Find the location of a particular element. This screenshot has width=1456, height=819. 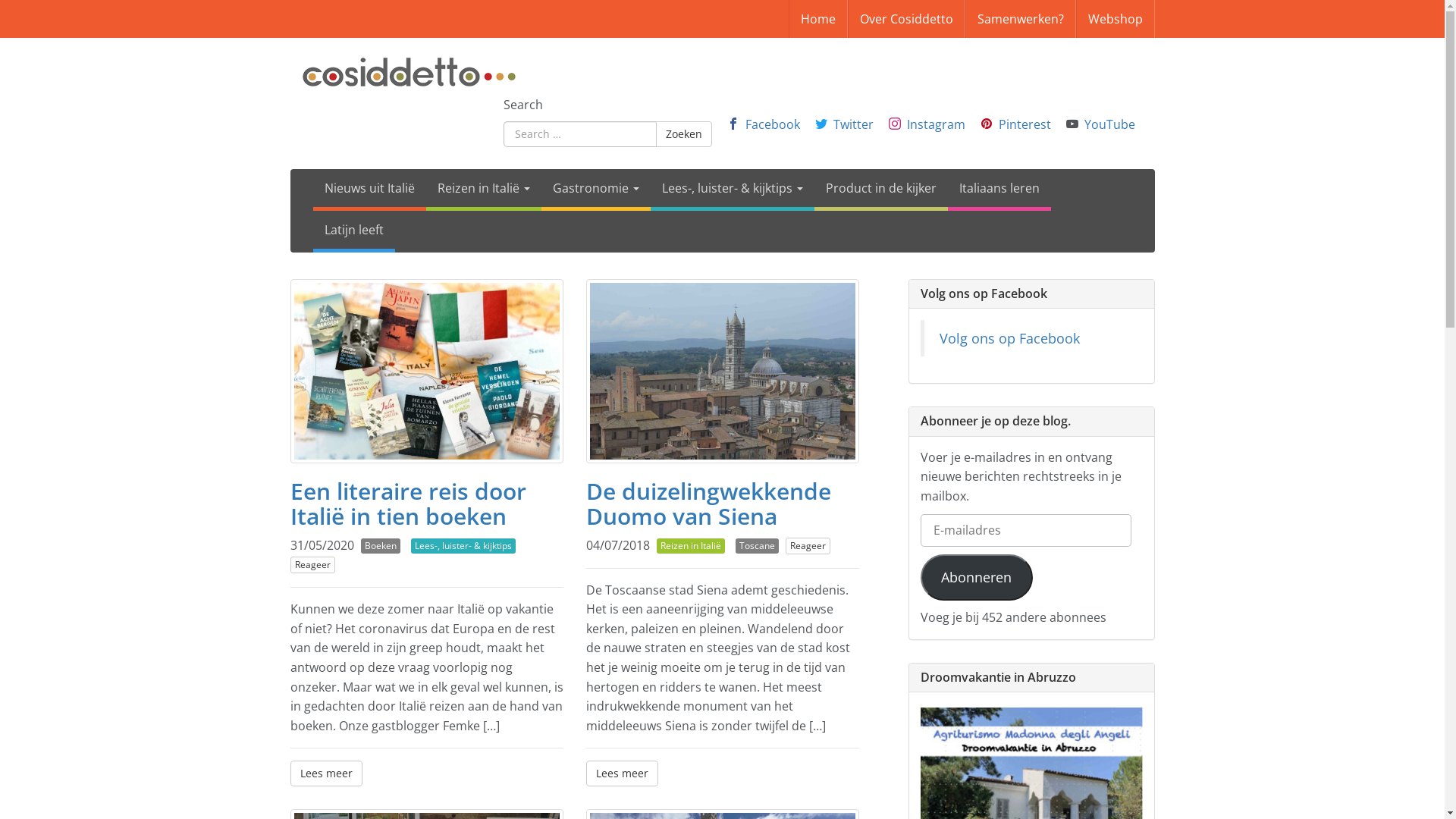

'Italiaans leren' is located at coordinates (999, 189).